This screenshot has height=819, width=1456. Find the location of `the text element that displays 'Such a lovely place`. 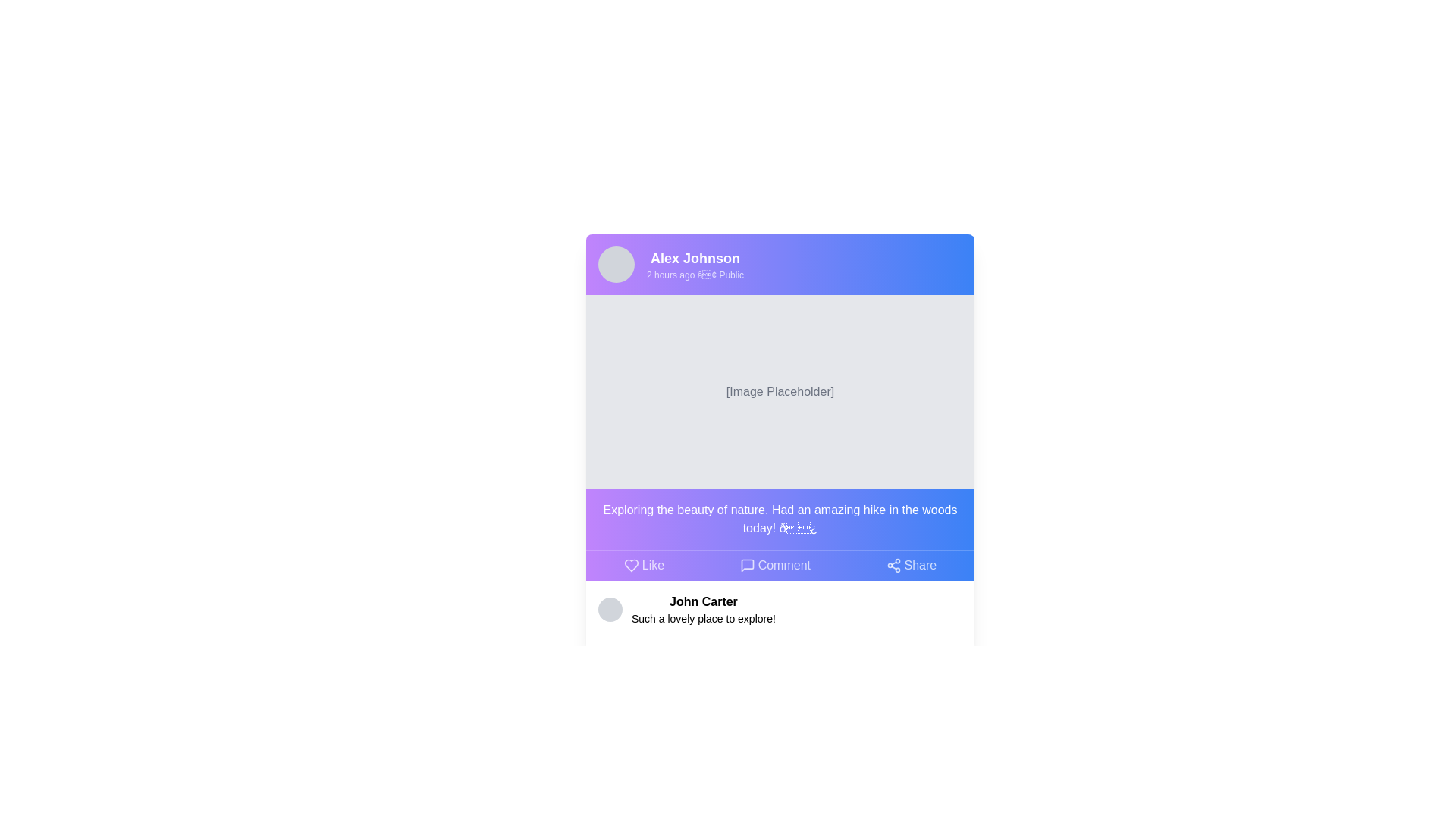

the text element that displays 'Such a lovely place is located at coordinates (702, 619).